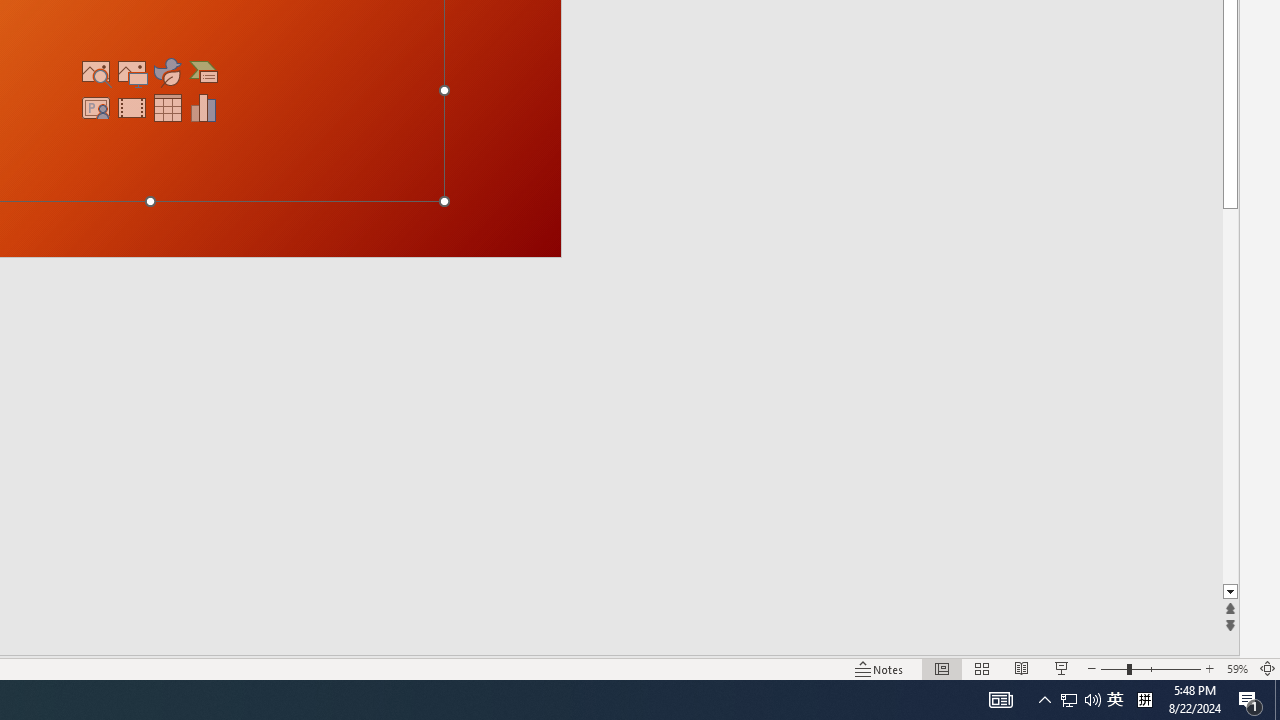 Image resolution: width=1280 pixels, height=720 pixels. Describe the element at coordinates (204, 108) in the screenshot. I see `'Insert Chart'` at that location.